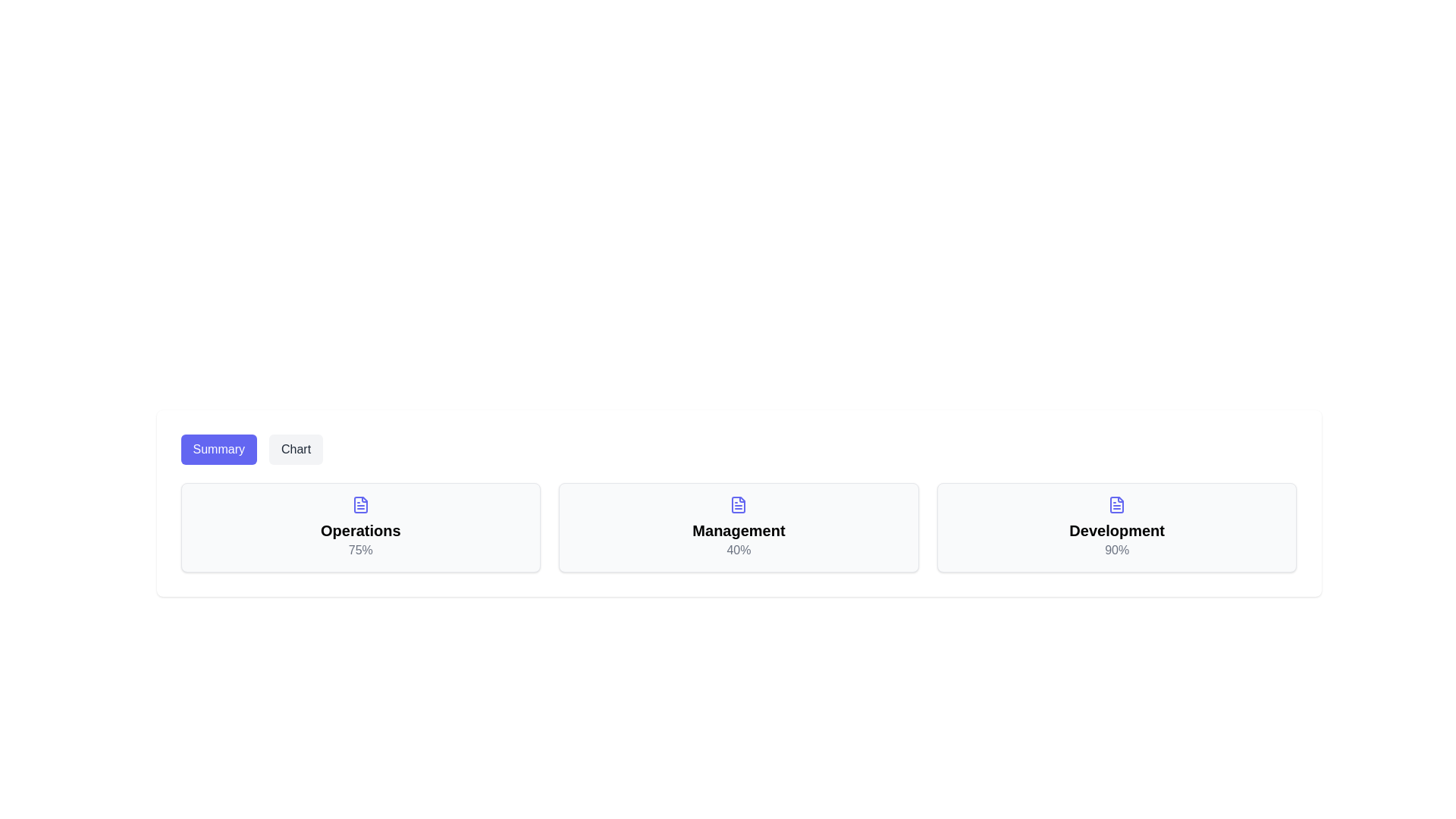  I want to click on the 'Chart' button, which is a rectangular button with dark gray text on a light gray background, located to the right of the 'Summary' button in the upper-left portion of the interface, so click(296, 449).